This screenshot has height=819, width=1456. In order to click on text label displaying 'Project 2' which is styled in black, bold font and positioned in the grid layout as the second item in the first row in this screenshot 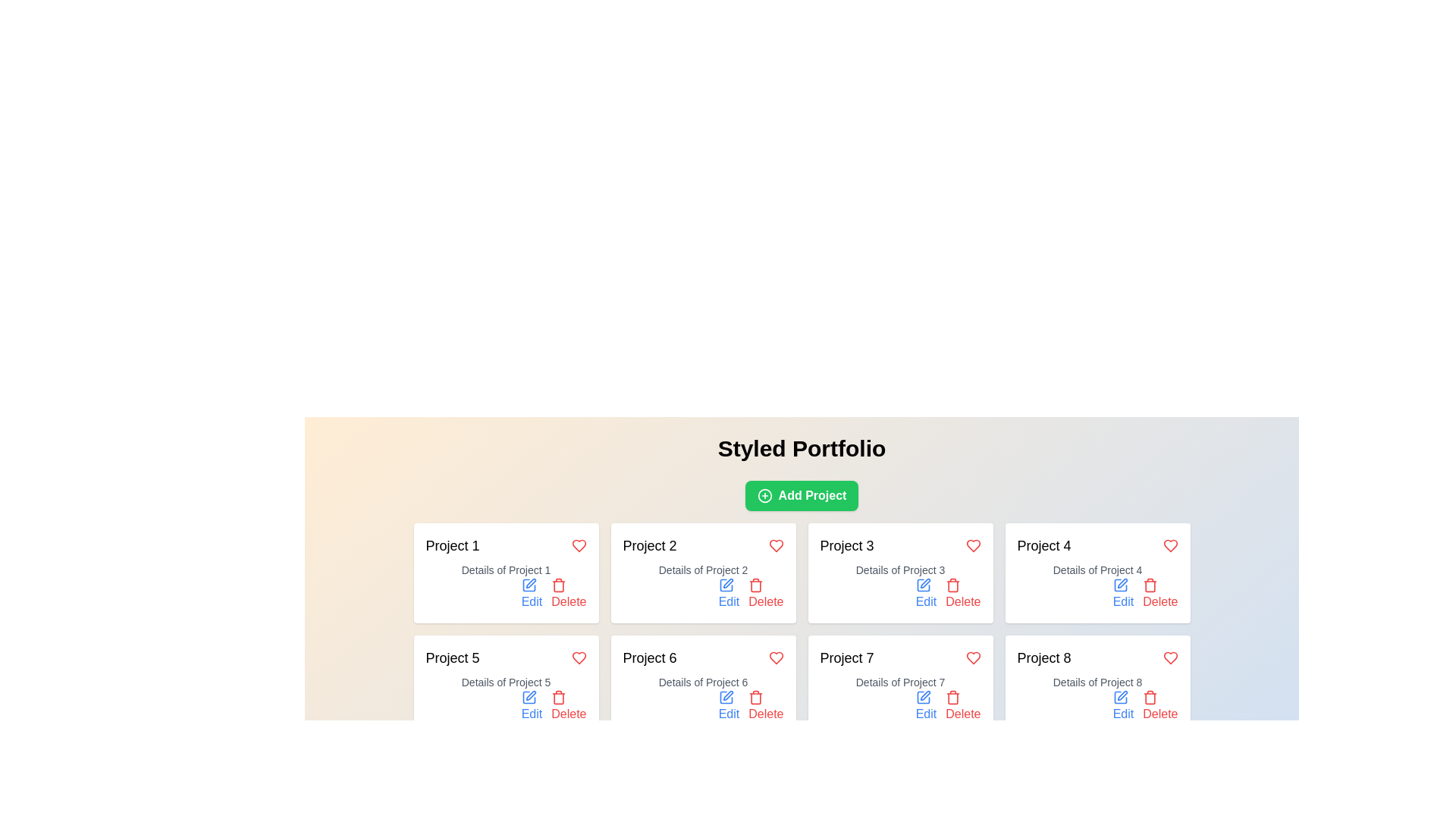, I will do `click(650, 546)`.